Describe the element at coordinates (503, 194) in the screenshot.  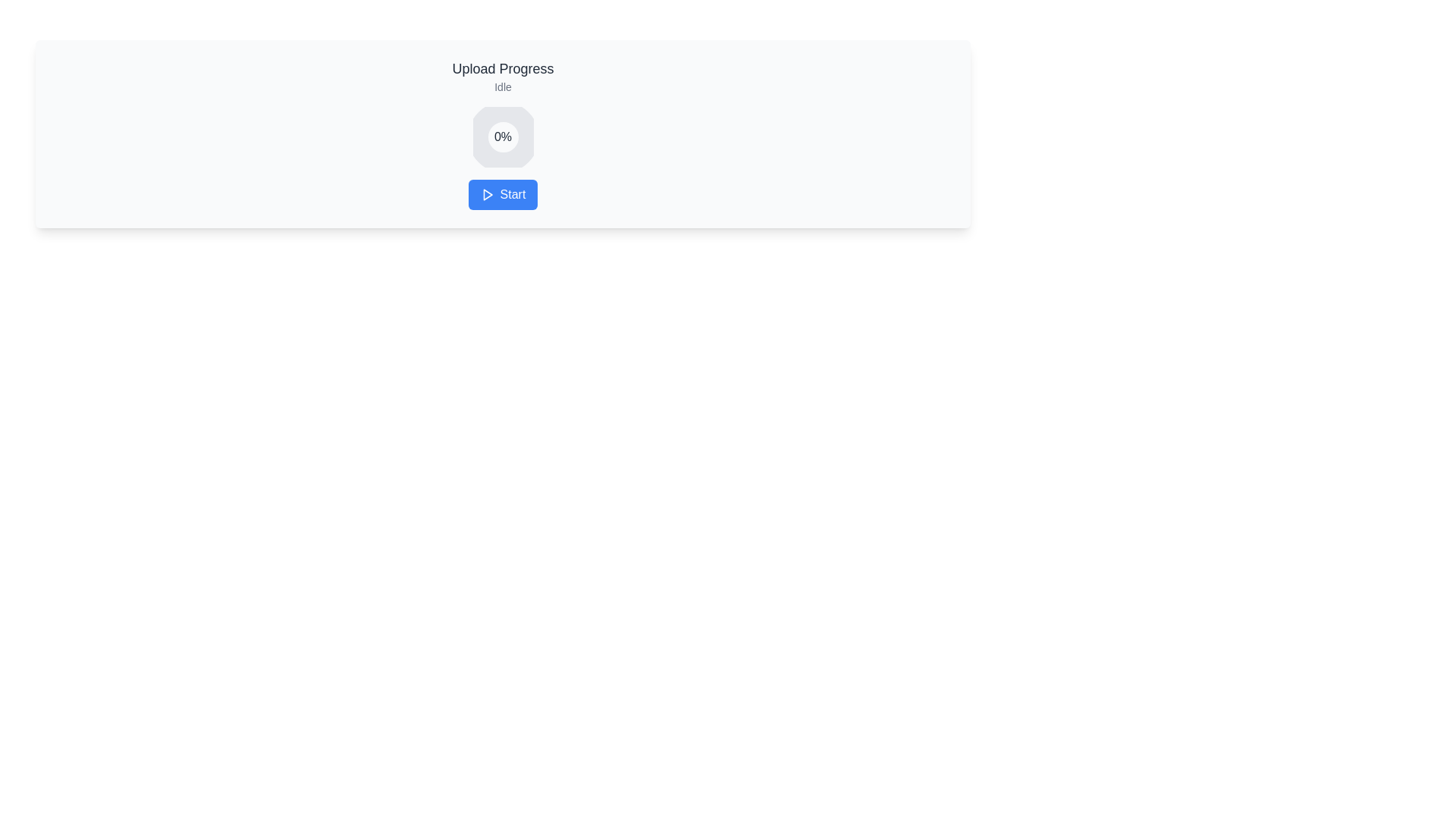
I see `the rectangular button with a blue background and white text reading 'Start'` at that location.